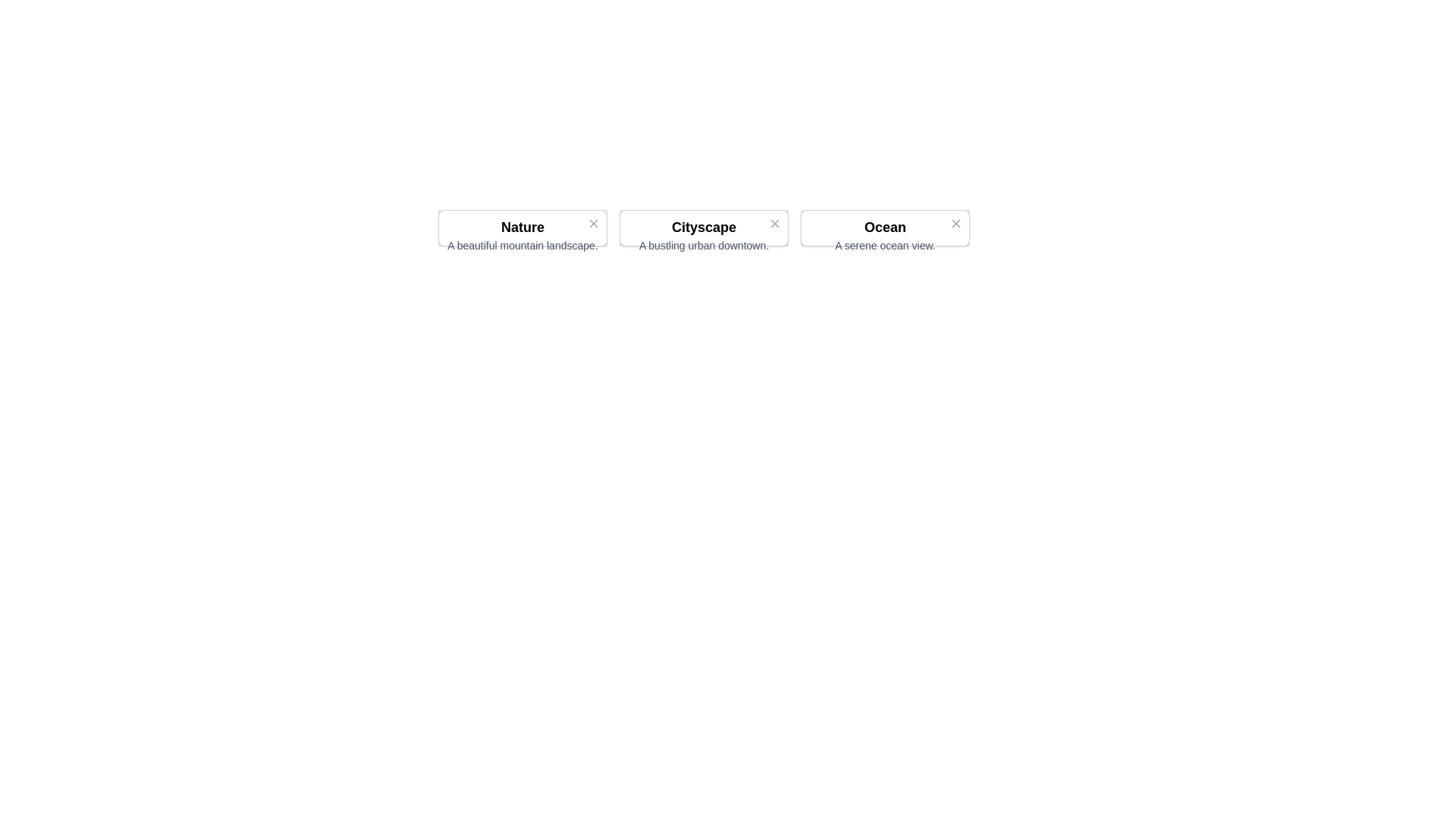 This screenshot has width=1456, height=819. What do you see at coordinates (703, 227) in the screenshot?
I see `the informational block titled 'Cityscape' that contains the description 'A bustling urban downtown.'` at bounding box center [703, 227].